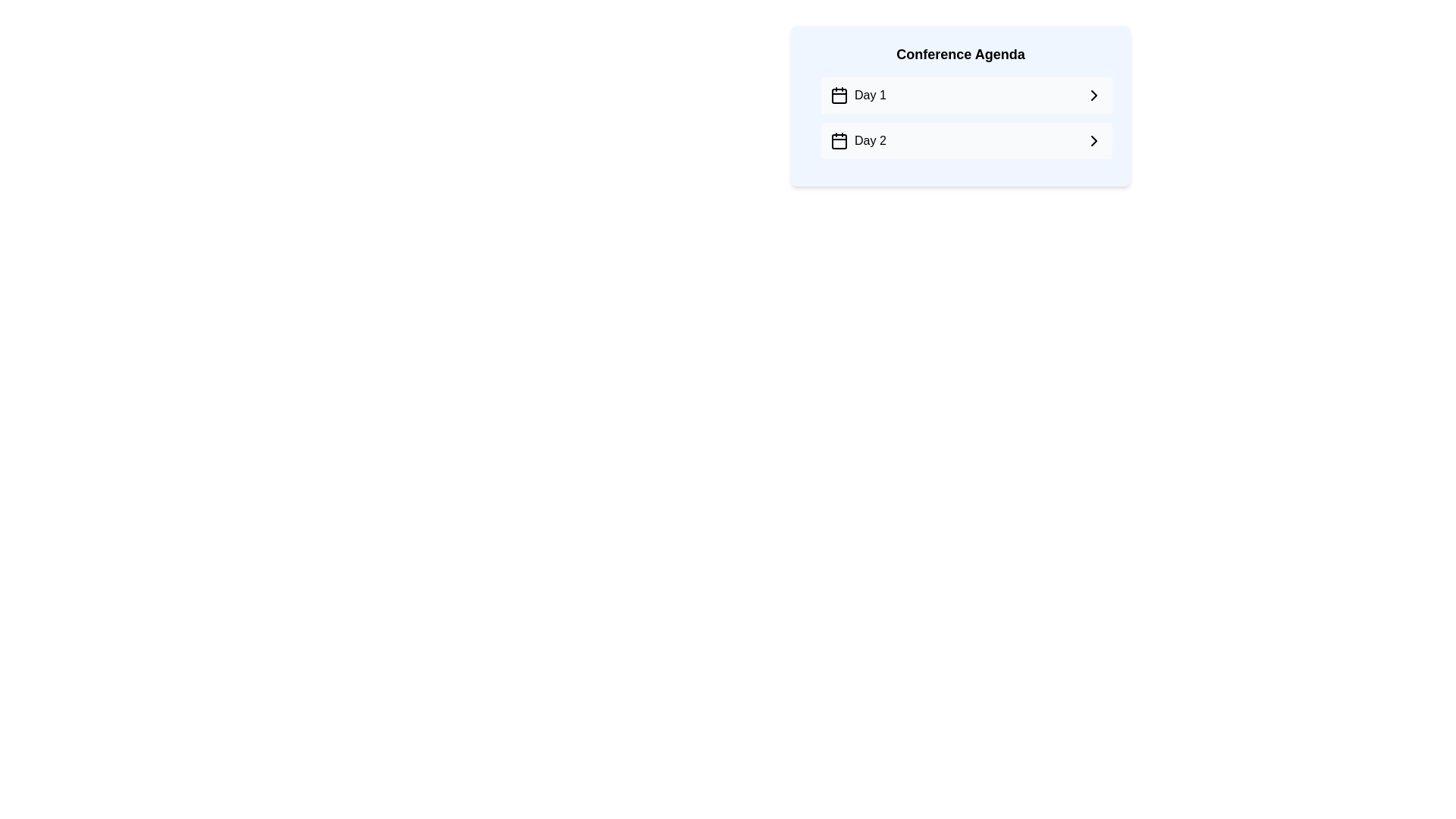  Describe the element at coordinates (870, 140) in the screenshot. I see `the label indicating the second day's agenda item in the conference schedule, which is located in the second row and aligned with a calendar icon` at that location.